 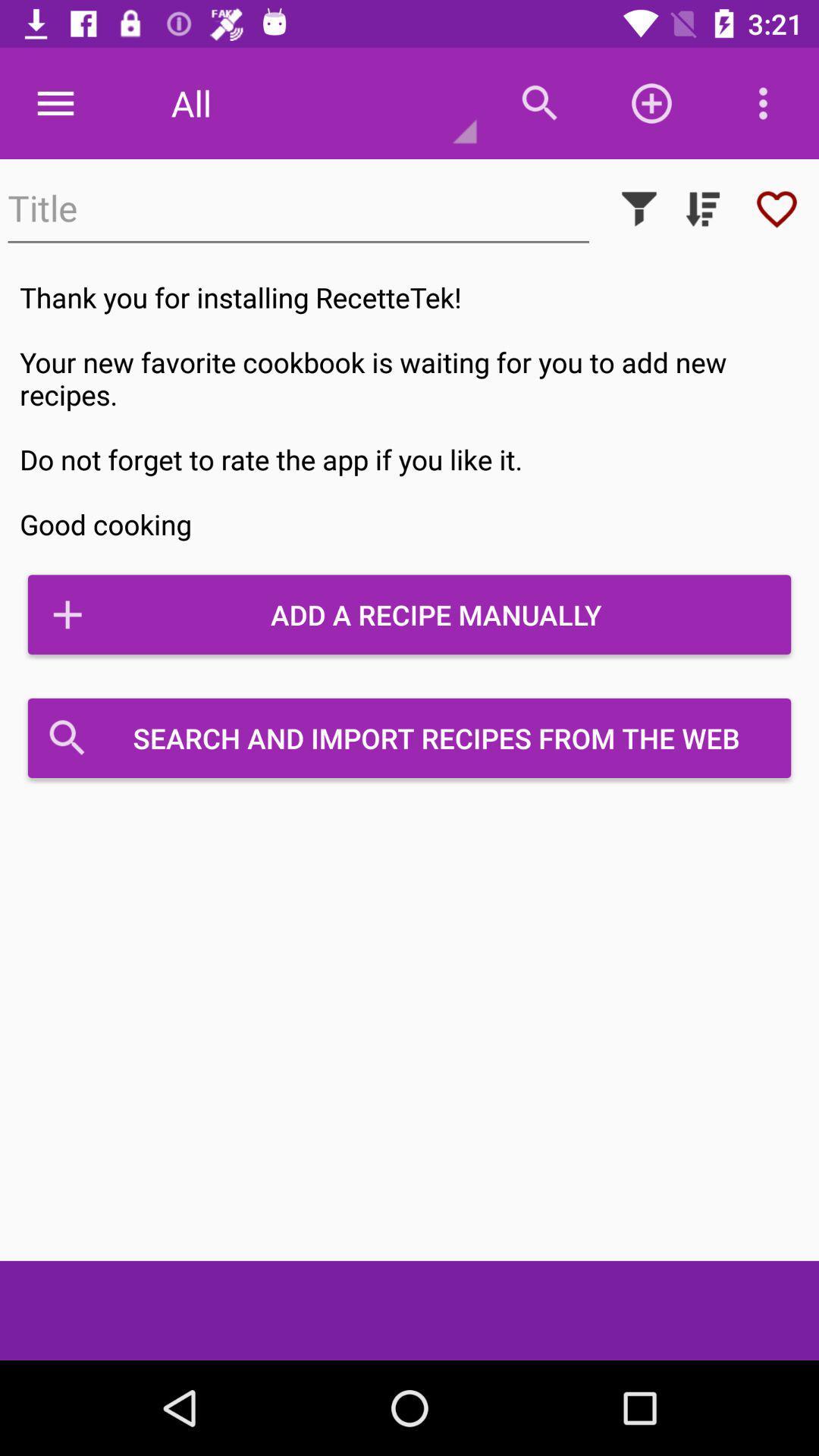 What do you see at coordinates (298, 208) in the screenshot?
I see `item above thank you for item` at bounding box center [298, 208].